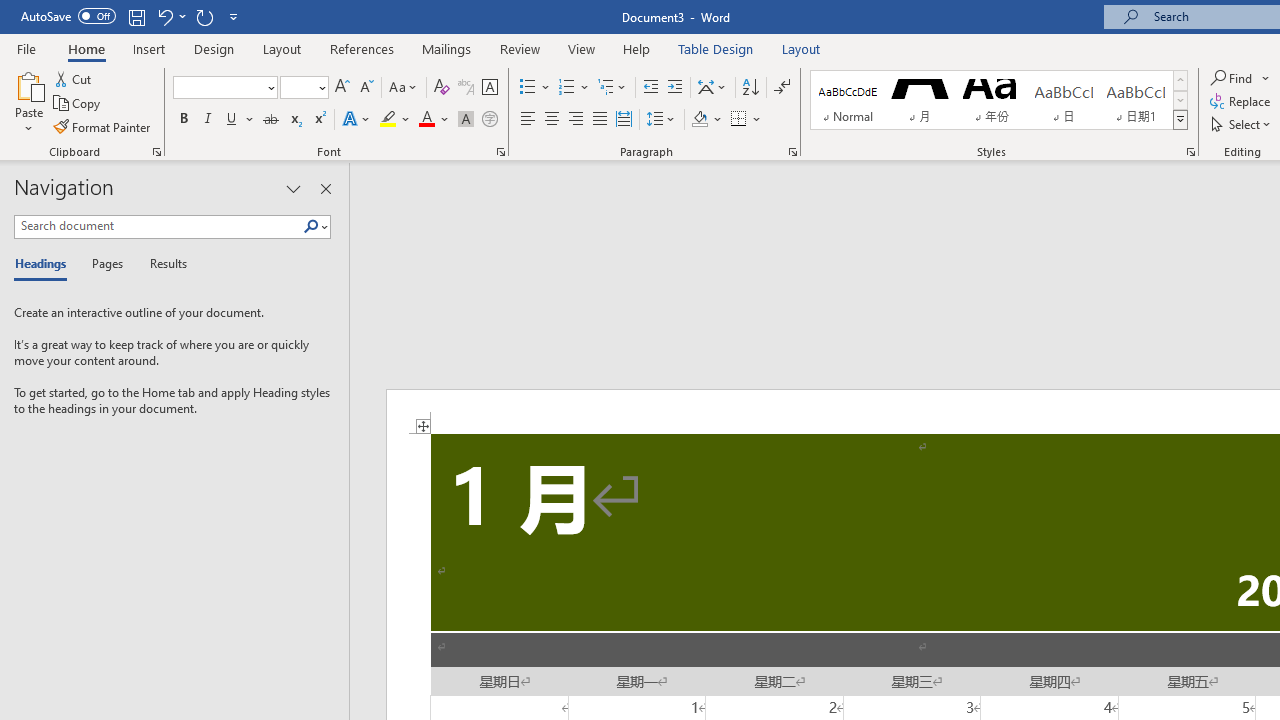 The height and width of the screenshot is (720, 1280). What do you see at coordinates (699, 119) in the screenshot?
I see `'Shading RGB(0, 0, 0)'` at bounding box center [699, 119].